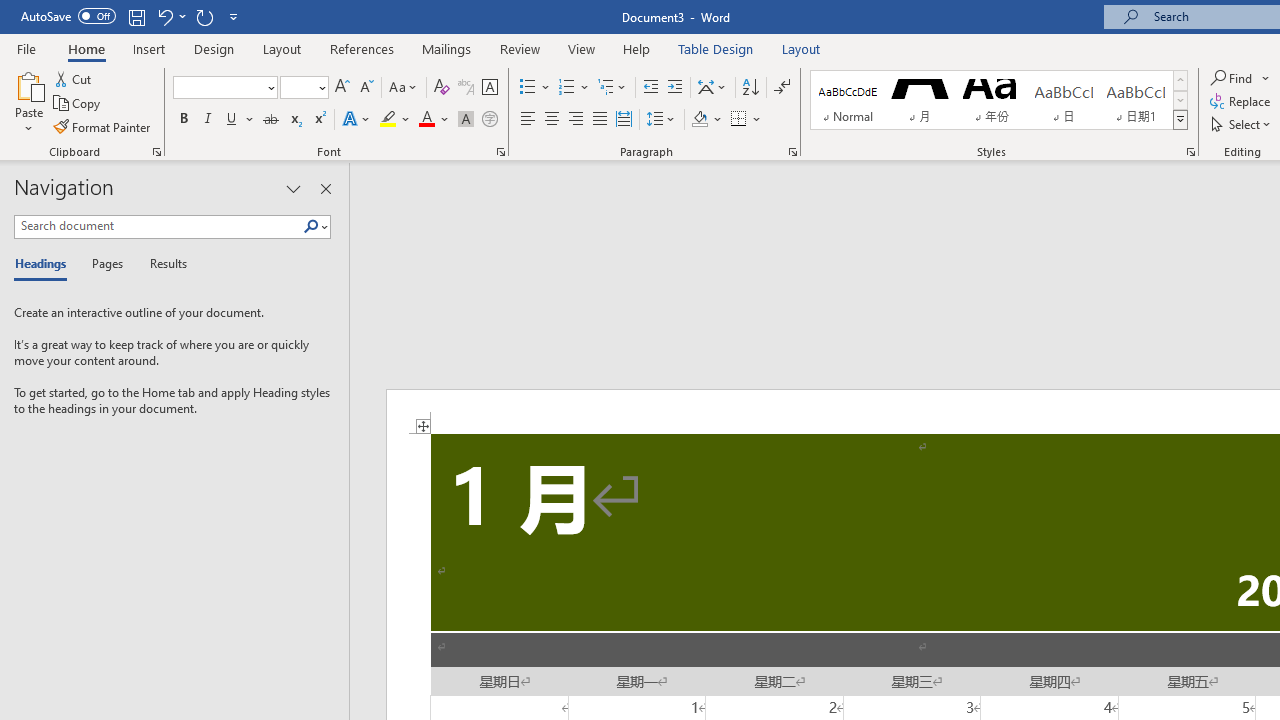 The height and width of the screenshot is (720, 1280). What do you see at coordinates (699, 119) in the screenshot?
I see `'Shading RGB(0, 0, 0)'` at bounding box center [699, 119].